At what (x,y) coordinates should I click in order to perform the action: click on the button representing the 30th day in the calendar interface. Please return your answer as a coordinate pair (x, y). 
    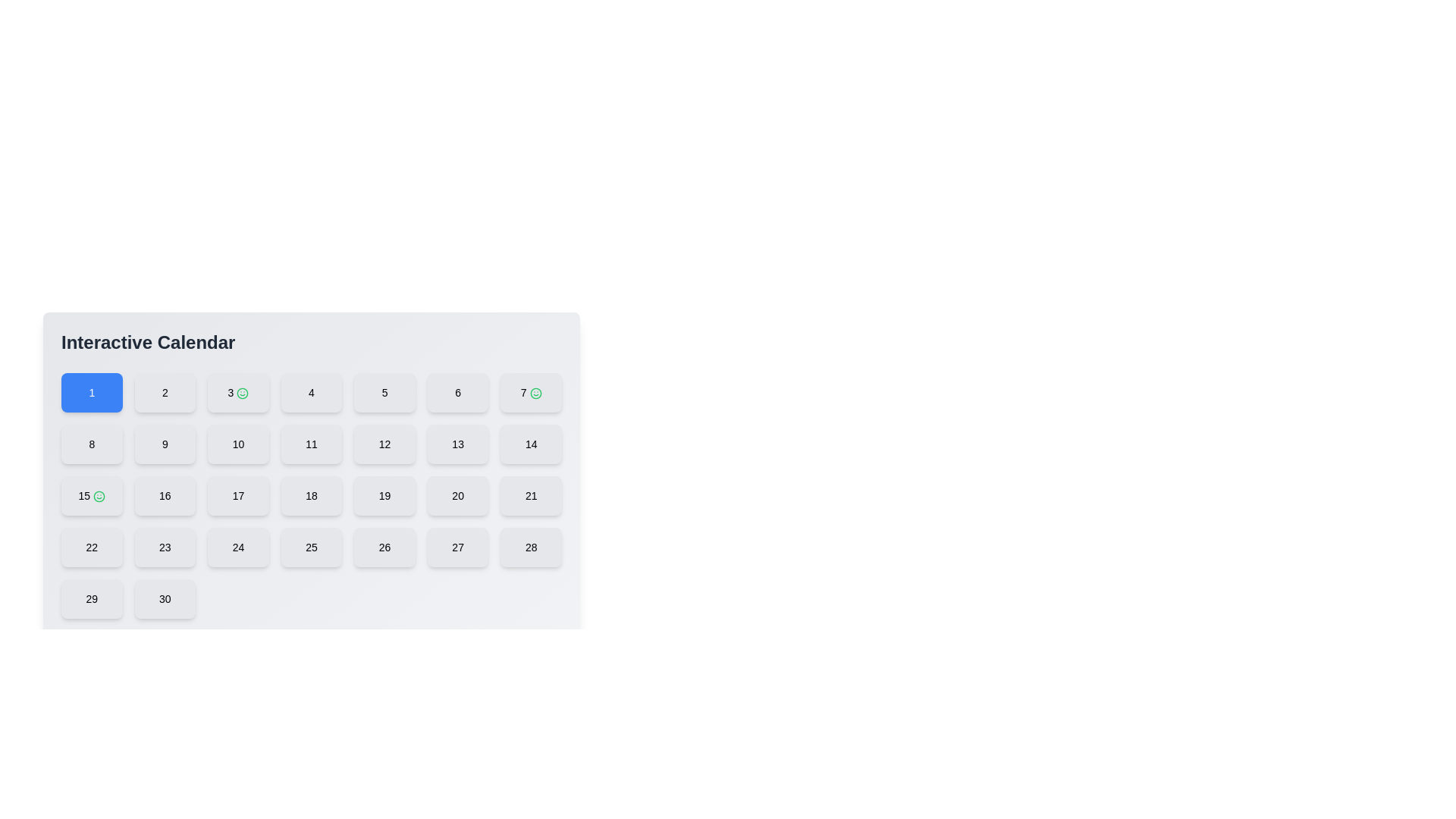
    Looking at the image, I should click on (165, 598).